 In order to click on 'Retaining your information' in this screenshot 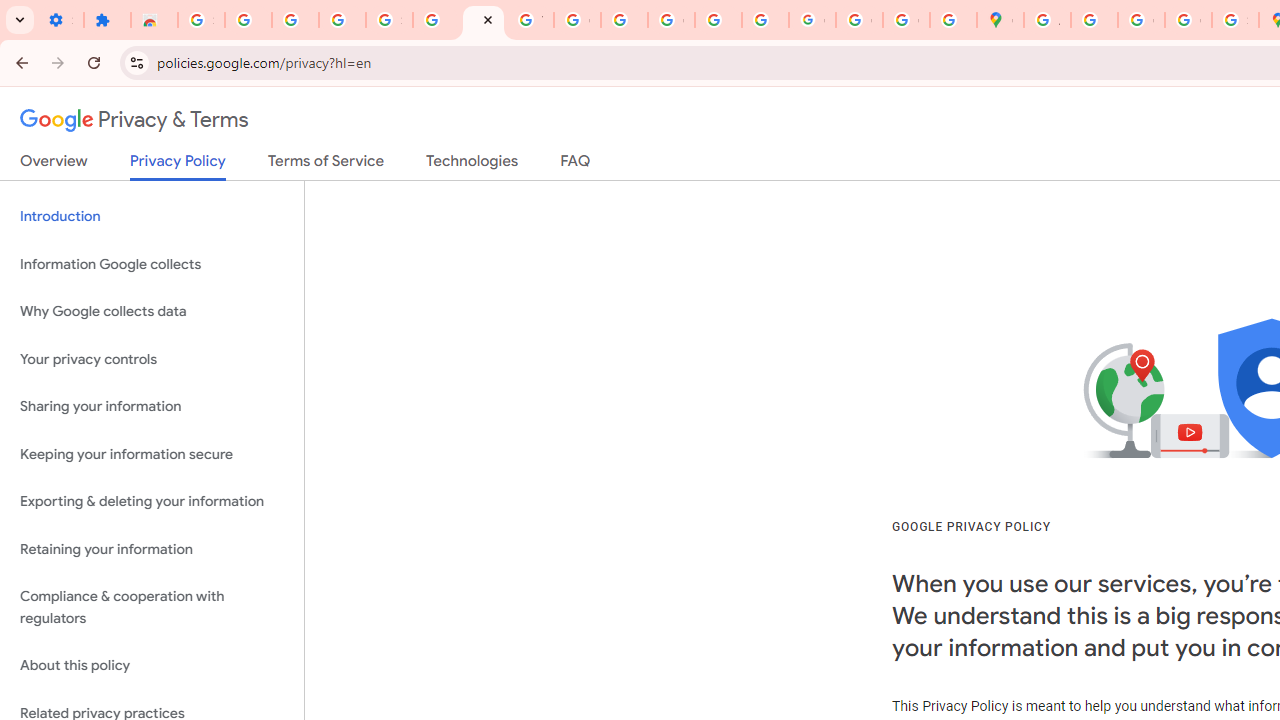, I will do `click(151, 549)`.